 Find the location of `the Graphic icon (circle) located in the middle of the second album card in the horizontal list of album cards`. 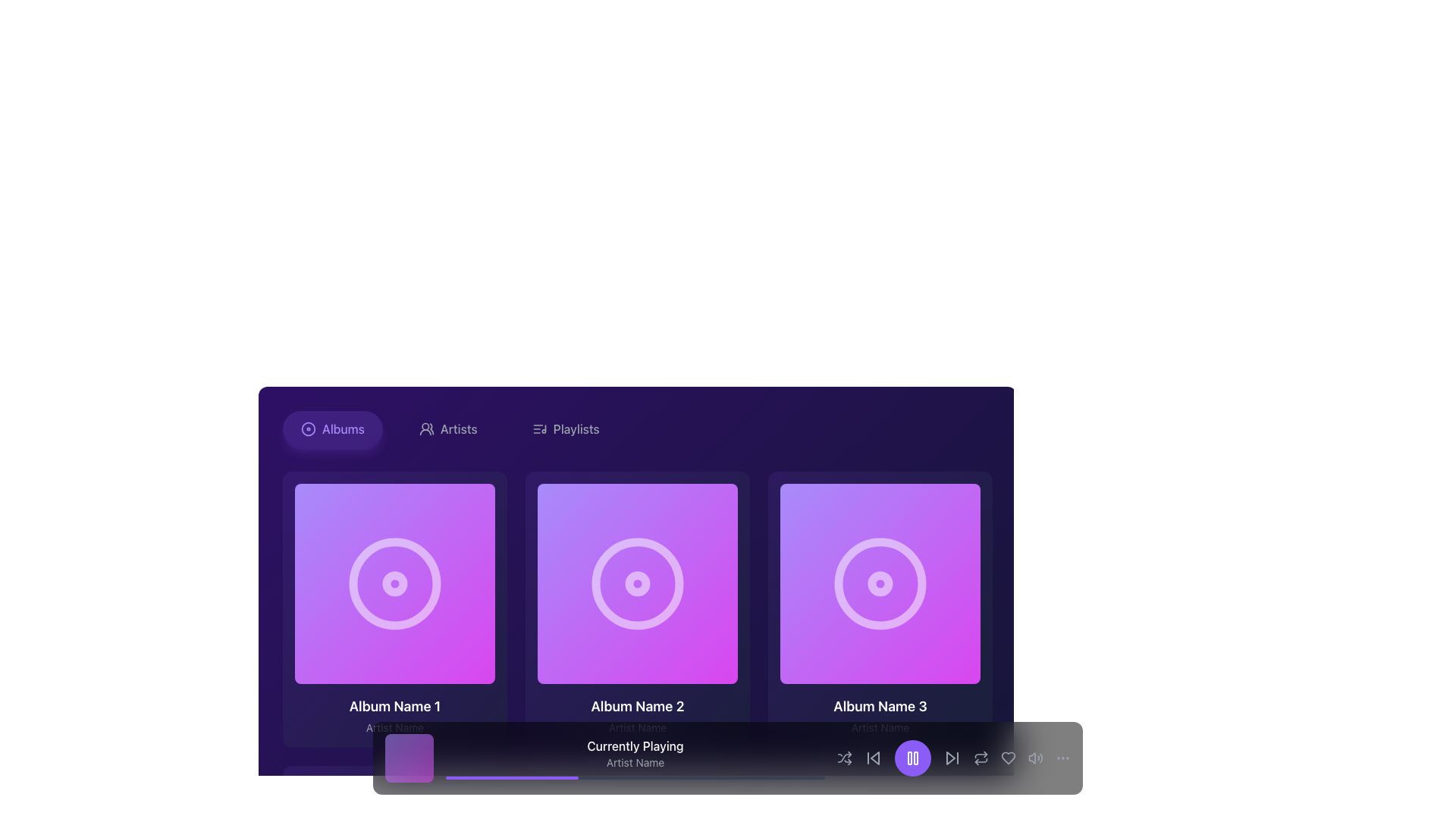

the Graphic icon (circle) located in the middle of the second album card in the horizontal list of album cards is located at coordinates (637, 583).